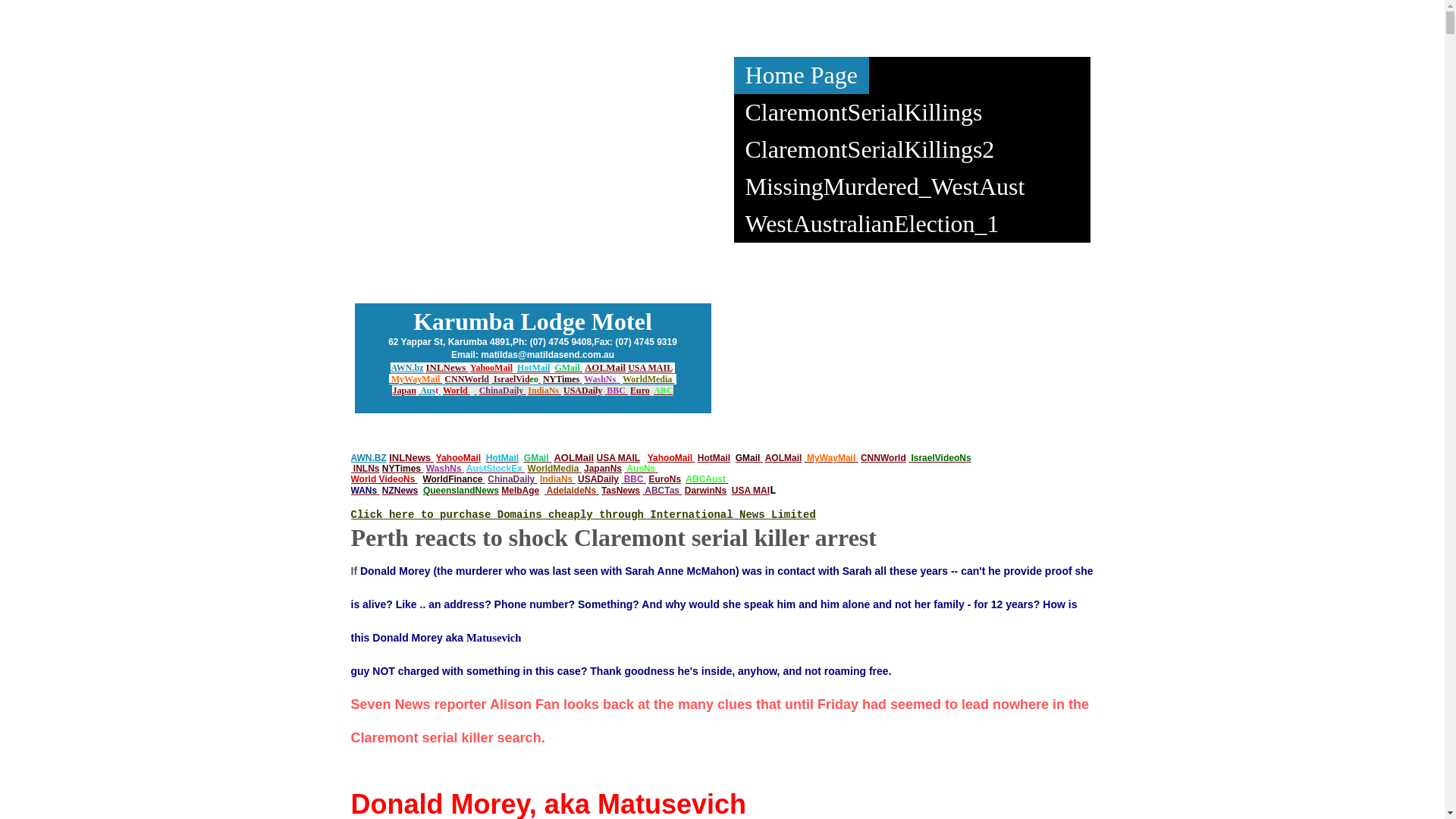  I want to click on ' ', so click(468, 390).